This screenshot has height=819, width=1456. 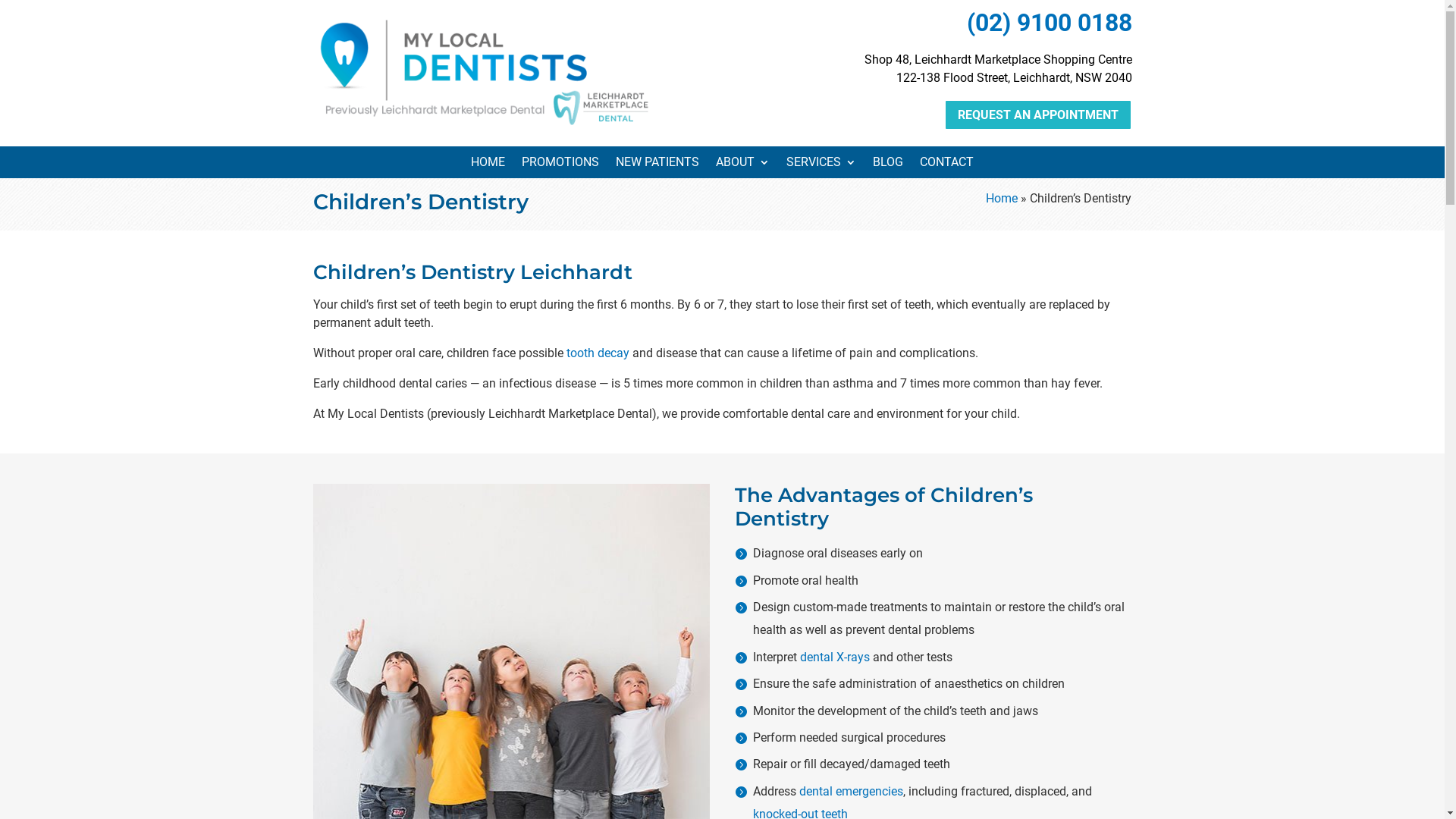 I want to click on 'My-Local-Dentists-Previously-Leichhardt-Marketplace-Dental', so click(x=483, y=71).